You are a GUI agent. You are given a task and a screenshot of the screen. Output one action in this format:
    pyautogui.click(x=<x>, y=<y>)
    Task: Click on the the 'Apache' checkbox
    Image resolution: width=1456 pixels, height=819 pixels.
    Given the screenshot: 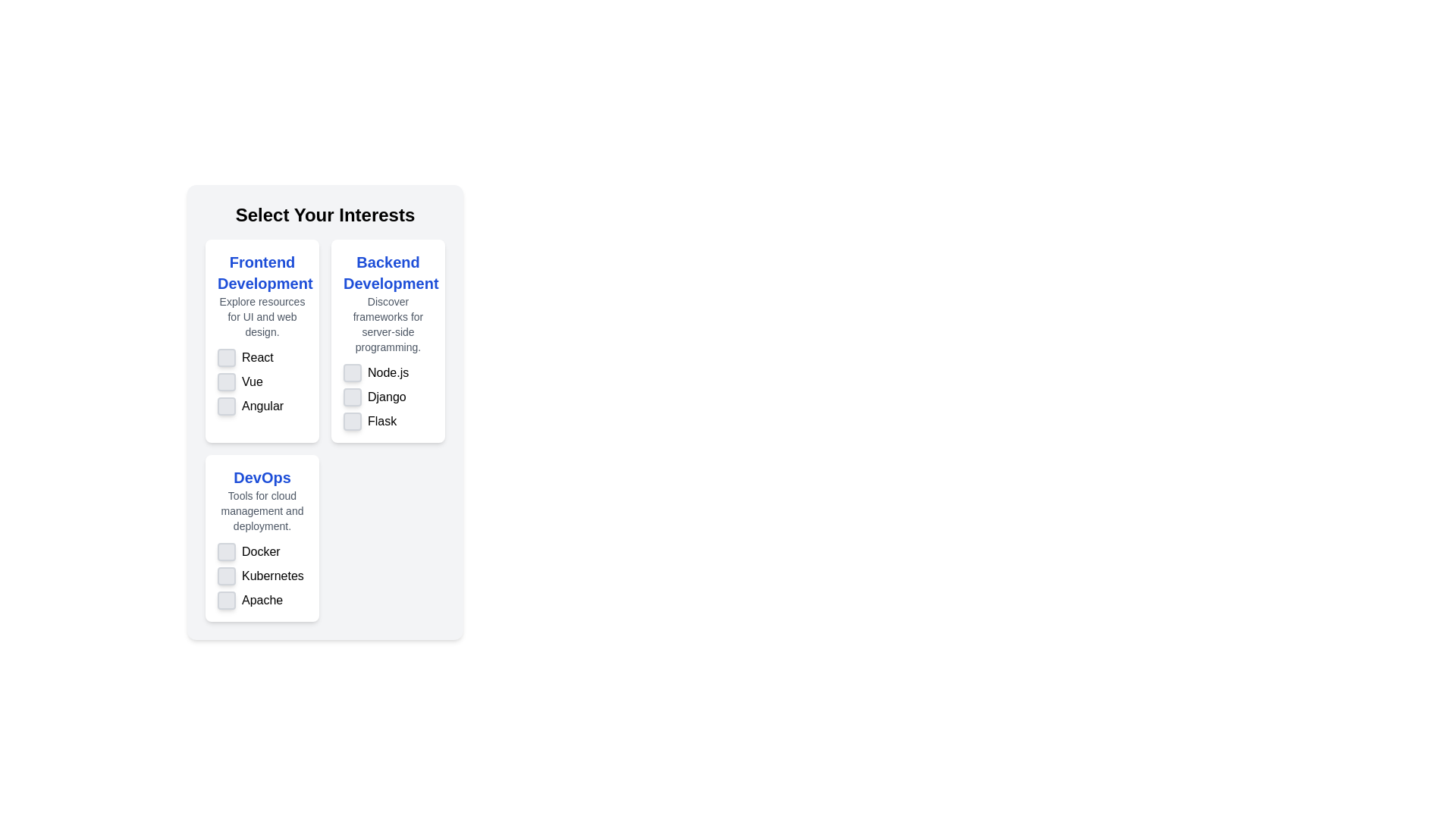 What is the action you would take?
    pyautogui.click(x=262, y=599)
    